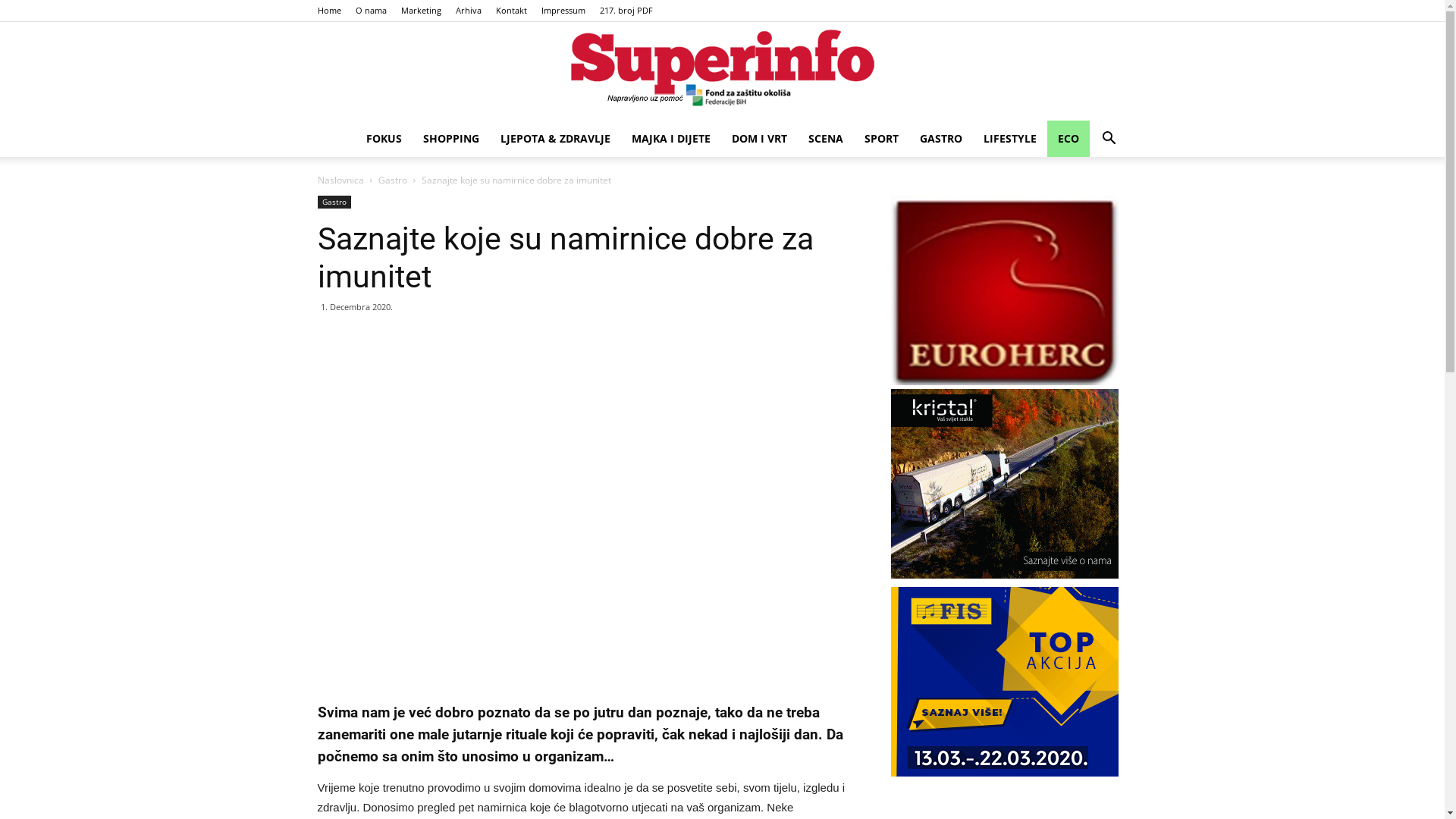  I want to click on 'Home', so click(315, 10).